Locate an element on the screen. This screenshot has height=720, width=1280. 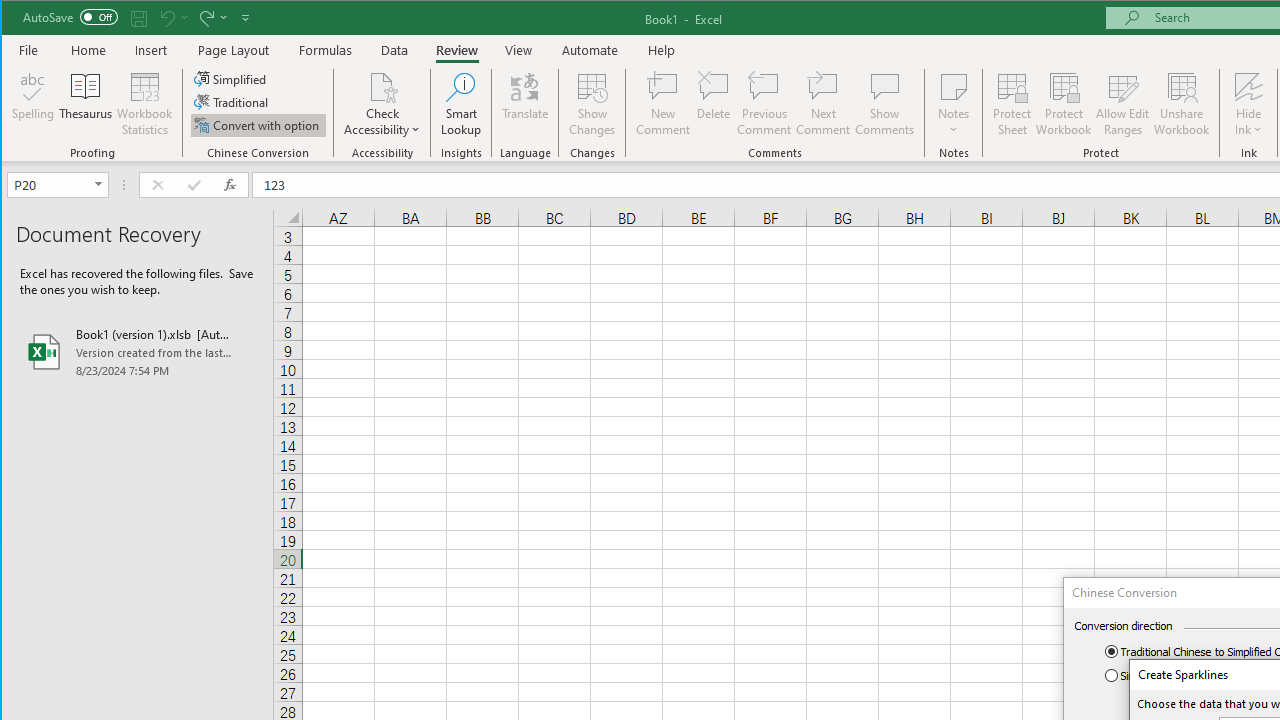
'Smart Lookup' is located at coordinates (460, 104).